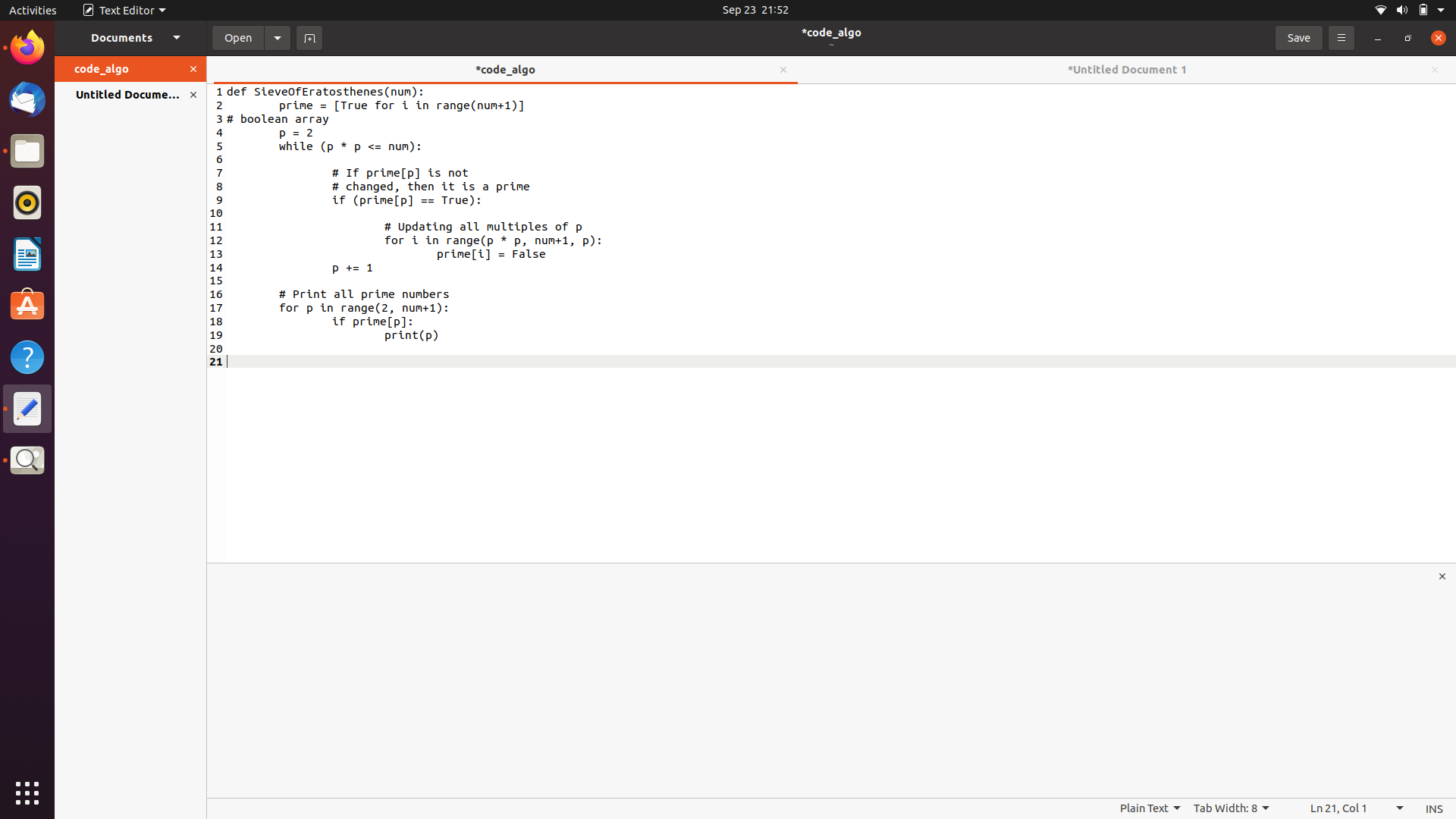 Image resolution: width=1456 pixels, height=819 pixels. I want to click on Hit the save icon to preserve the edits made in the document, so click(1298, 36).